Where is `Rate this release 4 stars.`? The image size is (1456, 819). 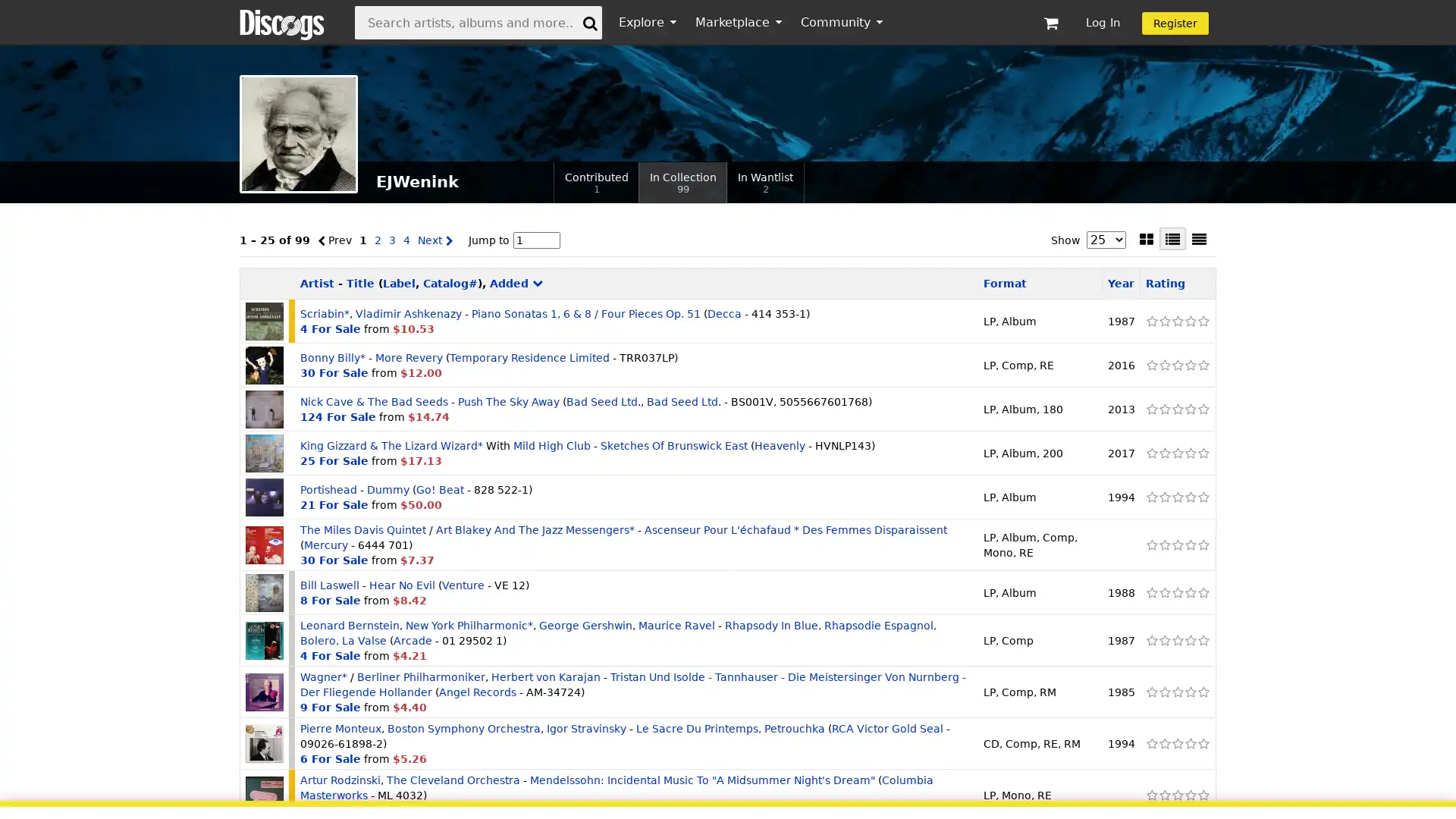
Rate this release 4 stars. is located at coordinates (1189, 742).